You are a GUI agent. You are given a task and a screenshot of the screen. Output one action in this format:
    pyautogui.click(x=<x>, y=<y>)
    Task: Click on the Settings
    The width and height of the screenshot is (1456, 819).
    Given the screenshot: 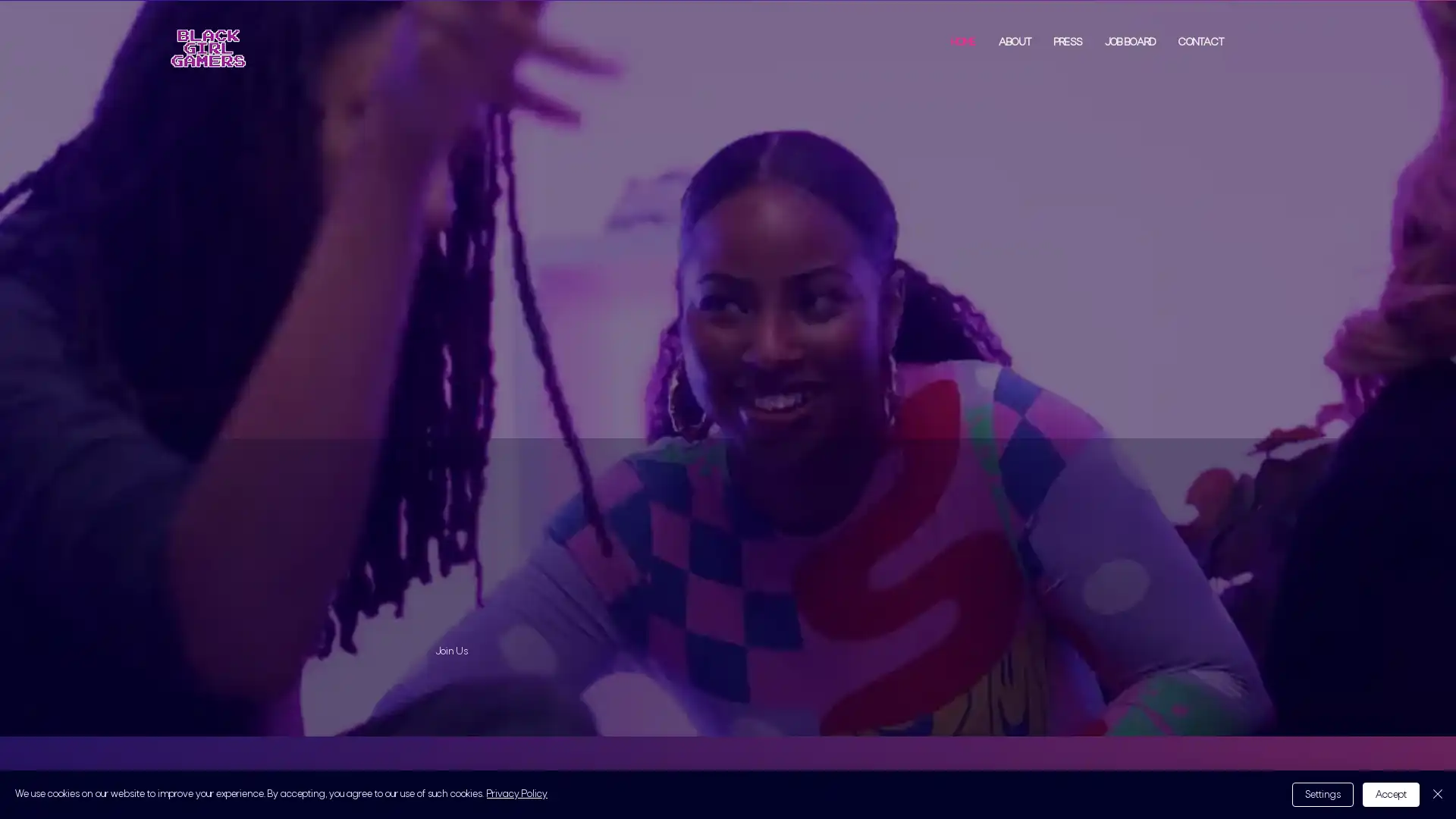 What is the action you would take?
    pyautogui.click(x=1322, y=794)
    